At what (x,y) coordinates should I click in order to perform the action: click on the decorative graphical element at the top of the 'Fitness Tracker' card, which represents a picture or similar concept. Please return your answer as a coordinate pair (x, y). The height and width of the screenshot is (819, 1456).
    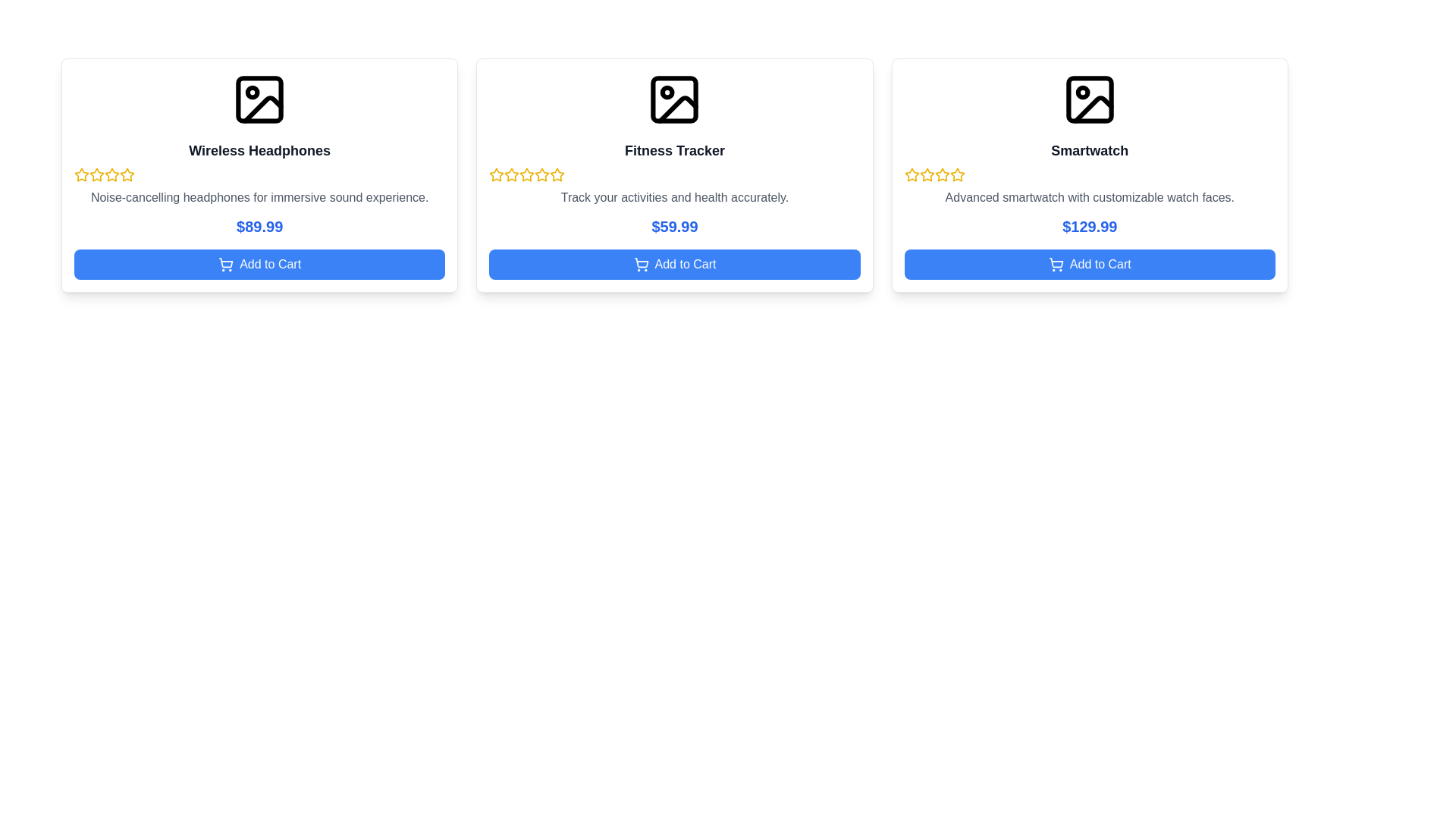
    Looking at the image, I should click on (673, 99).